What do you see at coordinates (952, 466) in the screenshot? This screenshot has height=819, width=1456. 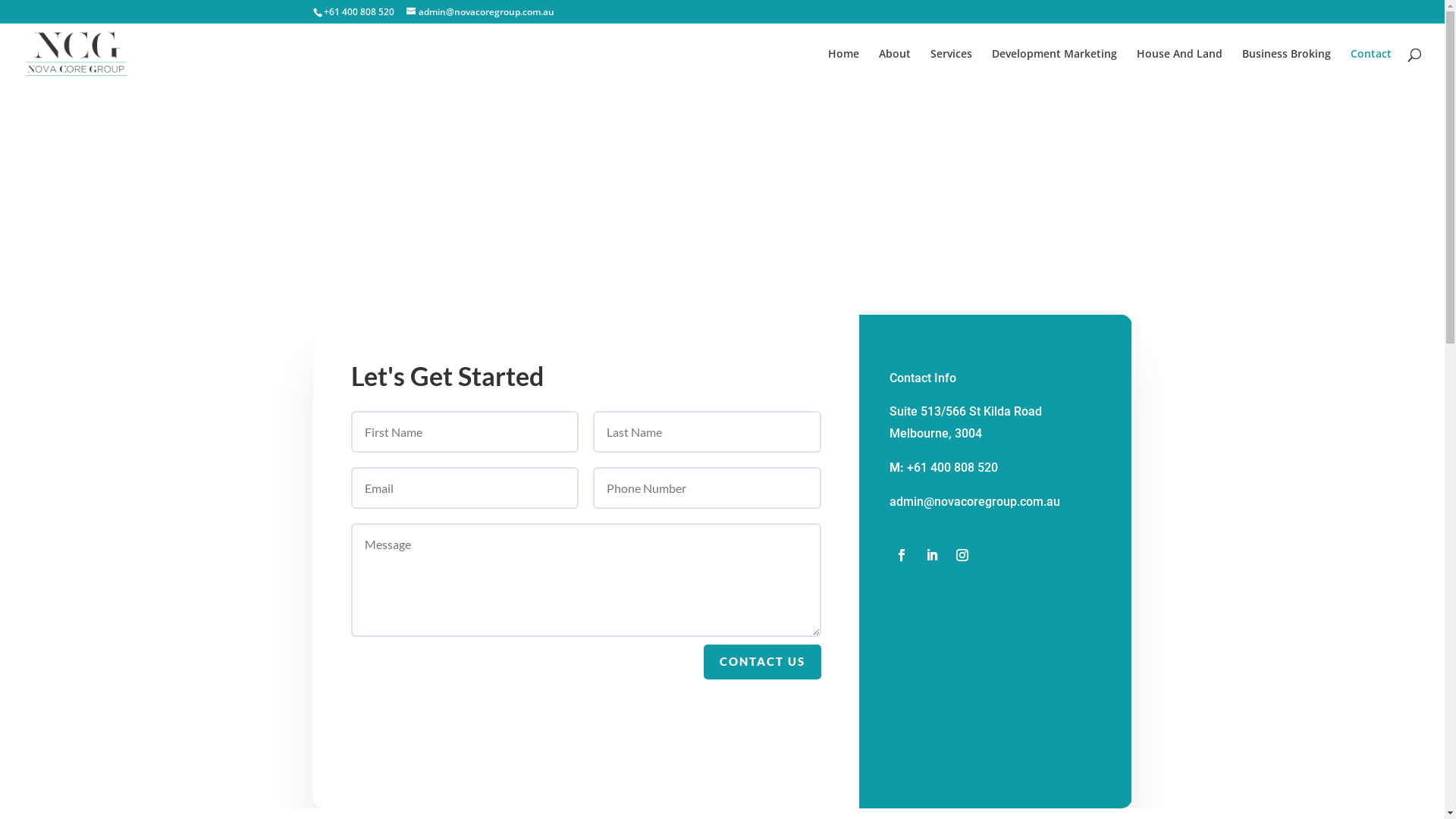 I see `'+61 400 808 520'` at bounding box center [952, 466].